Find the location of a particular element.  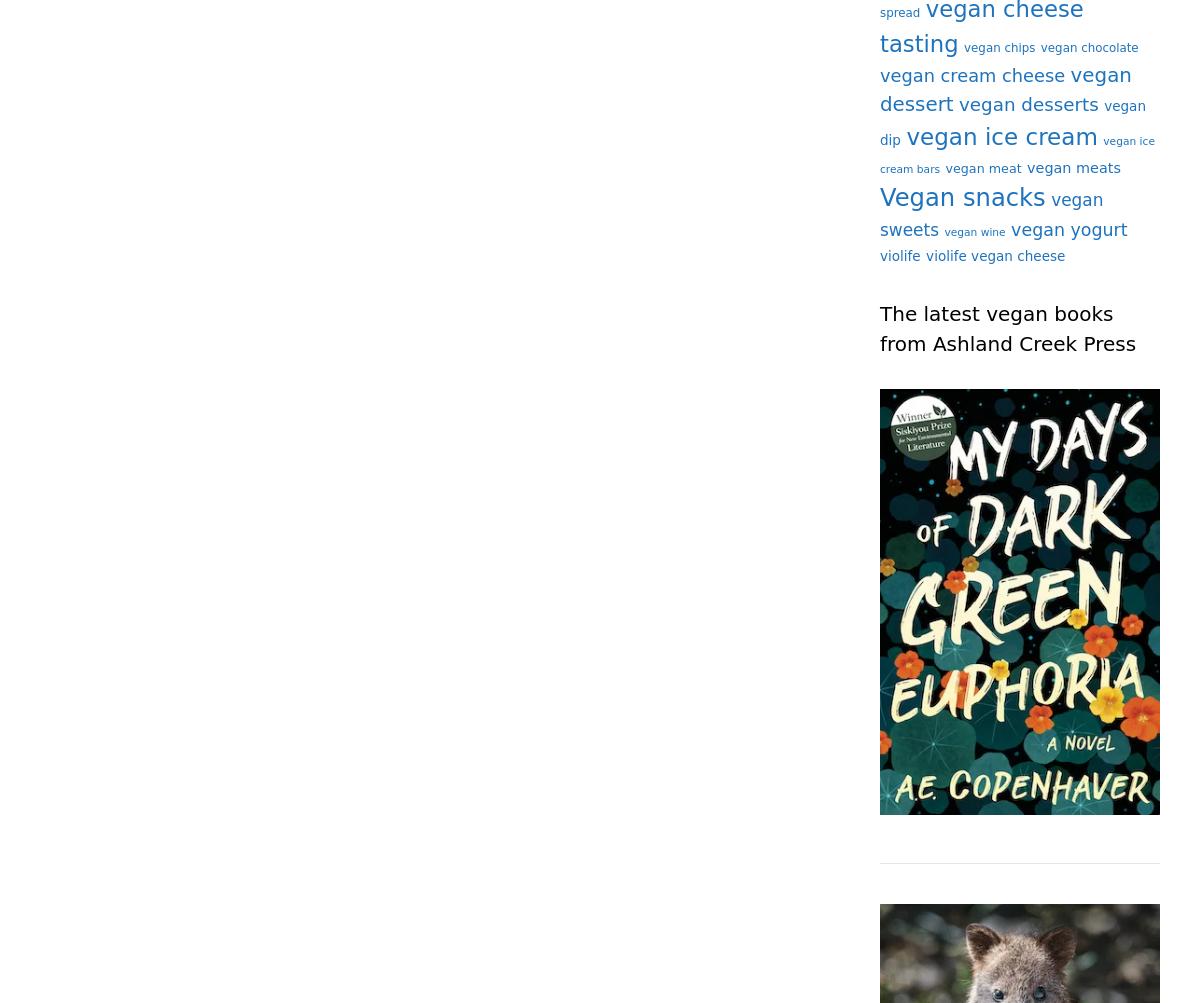

'vegan chocolate' is located at coordinates (1040, 47).